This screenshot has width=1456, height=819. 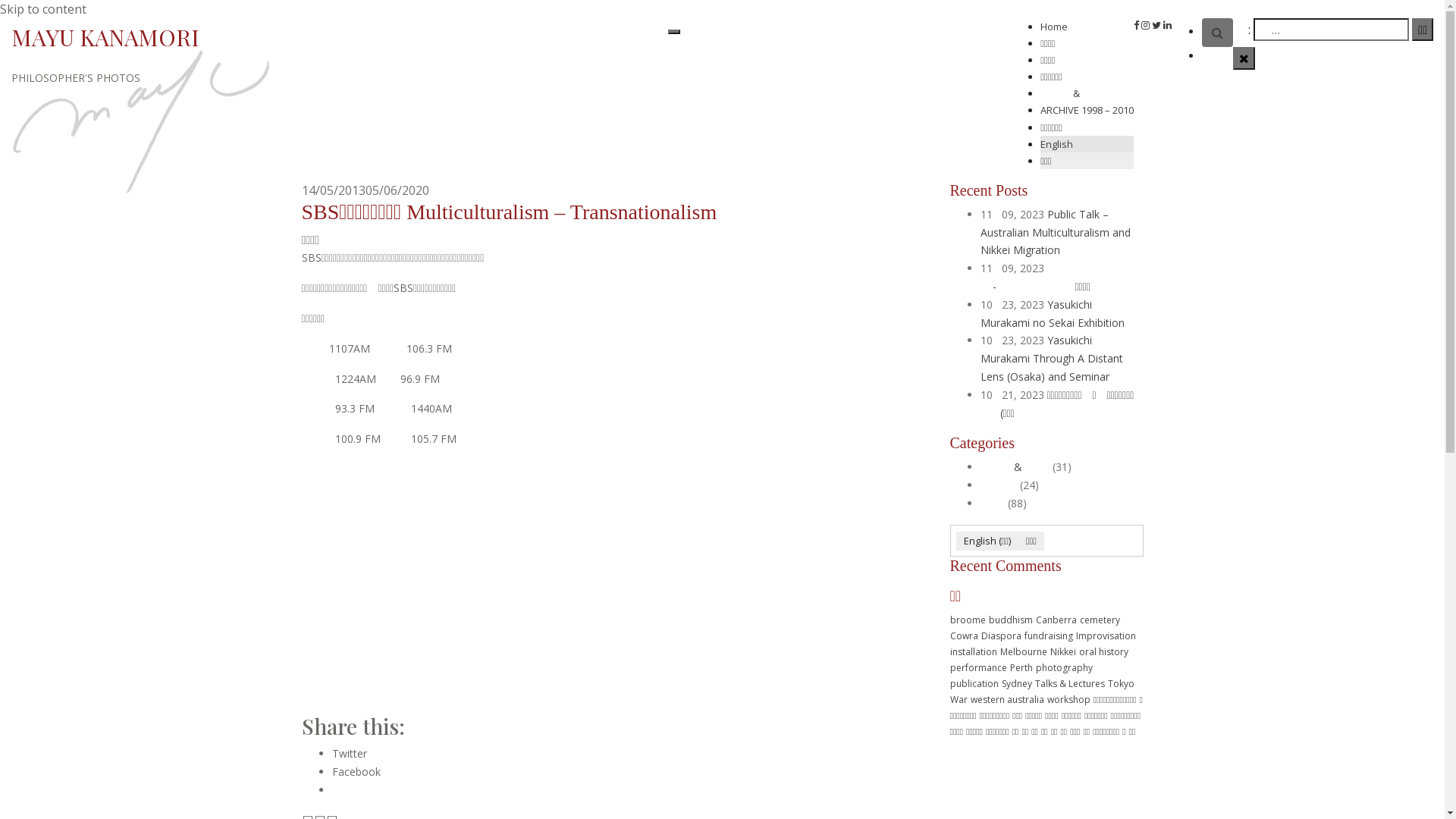 What do you see at coordinates (1086, 143) in the screenshot?
I see `'English'` at bounding box center [1086, 143].